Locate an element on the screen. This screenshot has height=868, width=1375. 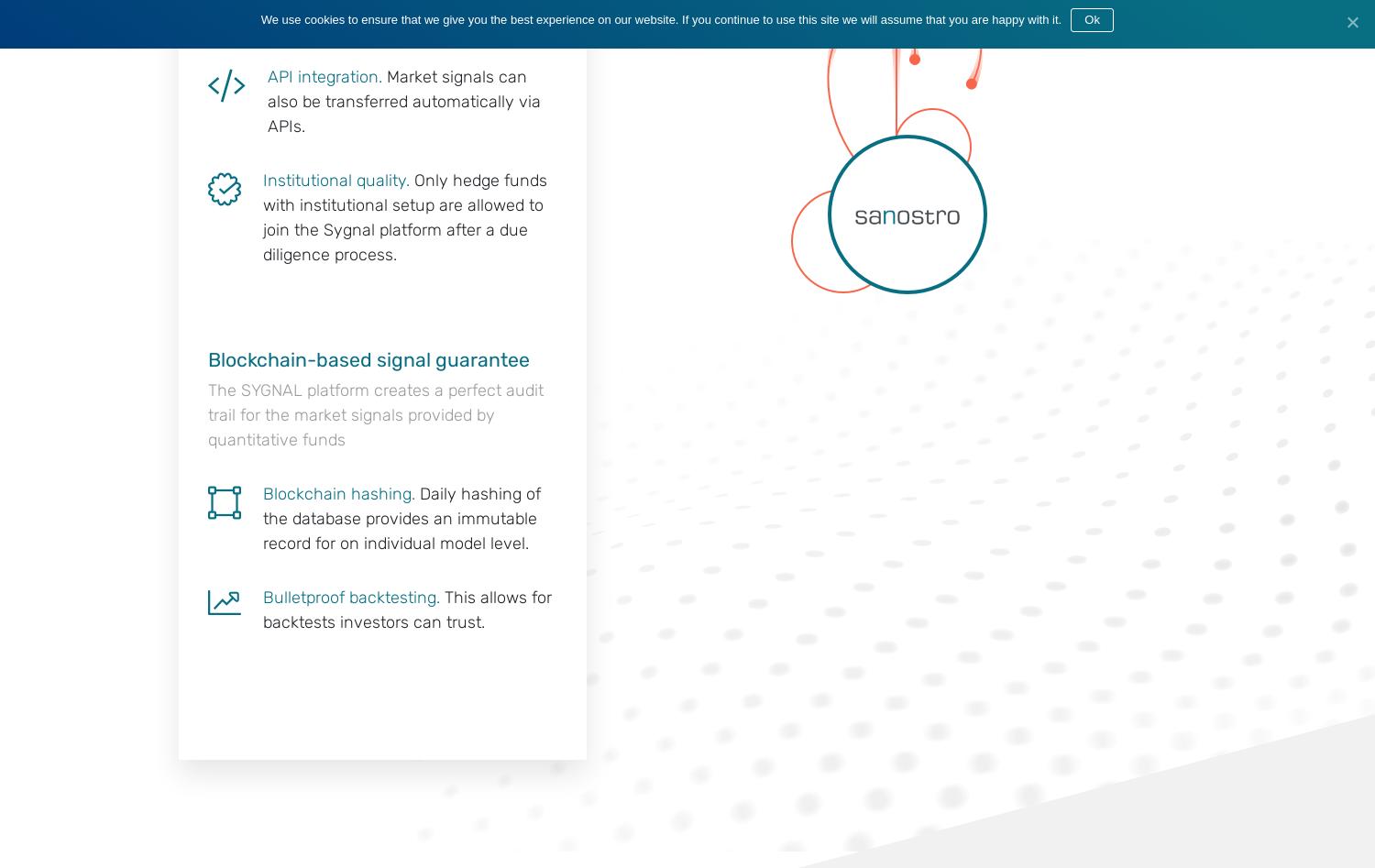
'Only hedge funds with institutional setup are allowed to join the Sygnal platform after a due diligence process.' is located at coordinates (404, 216).